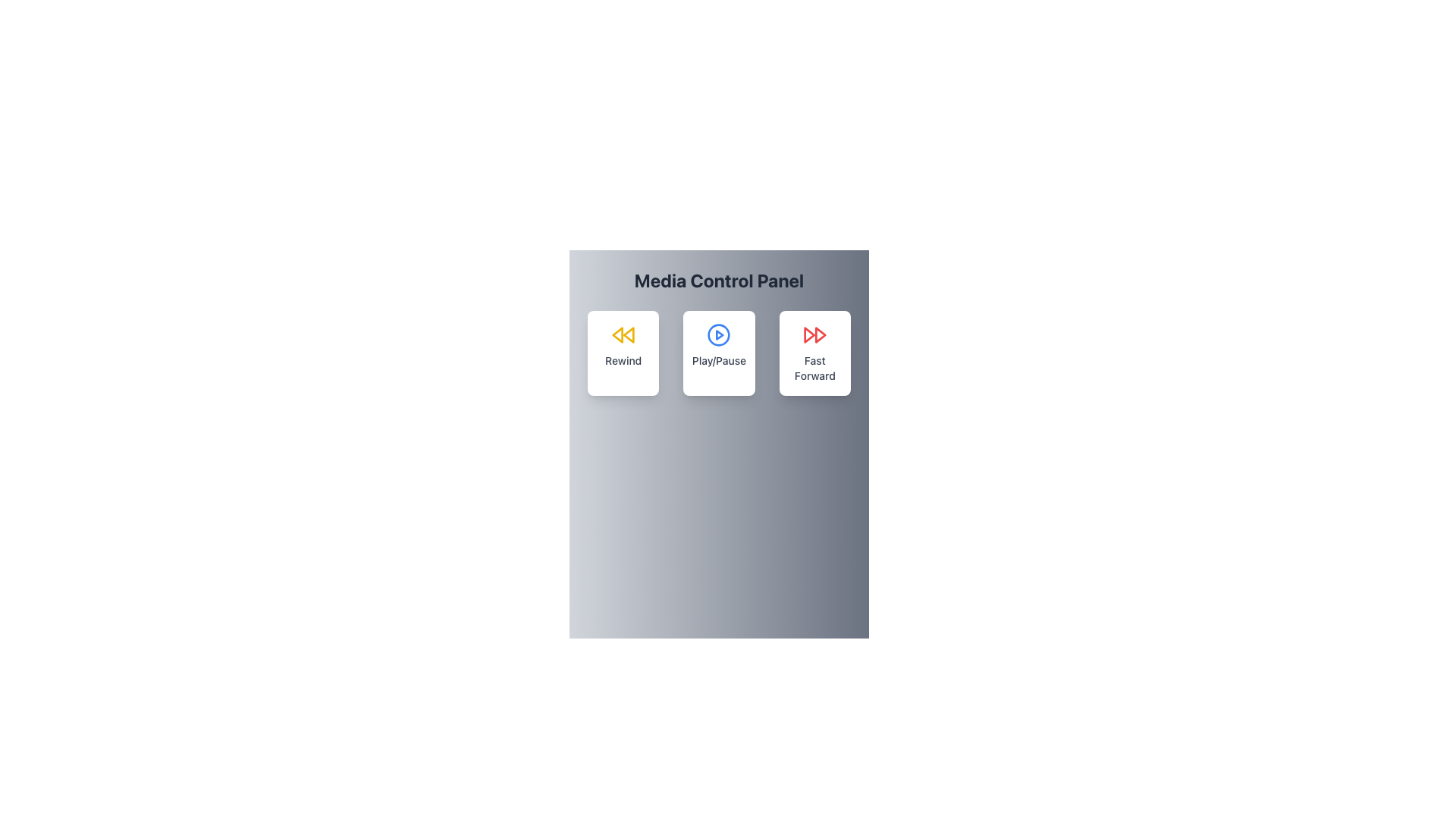 The height and width of the screenshot is (819, 1456). I want to click on label text that says 'Fast Forward', which is styled in gray and located below a red fast-forward icon within a button-like interface in the Media Control Panel, so click(814, 369).